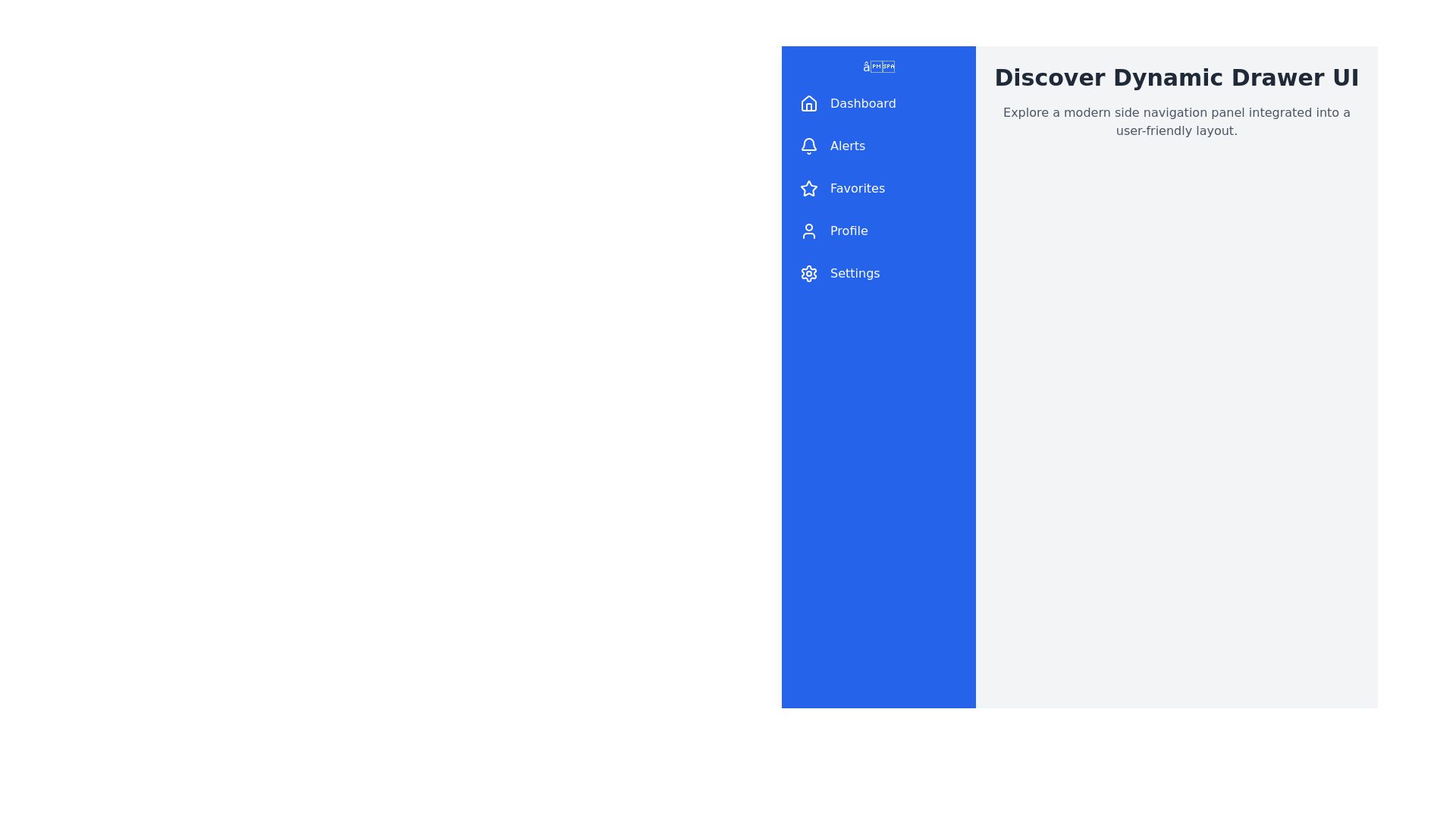 This screenshot has height=819, width=1456. What do you see at coordinates (858, 188) in the screenshot?
I see `the 'Favorites' text element in the left-side vertical navigation menu, which is the third item from the top, positioned below 'Alerts' and above 'Profile'` at bounding box center [858, 188].